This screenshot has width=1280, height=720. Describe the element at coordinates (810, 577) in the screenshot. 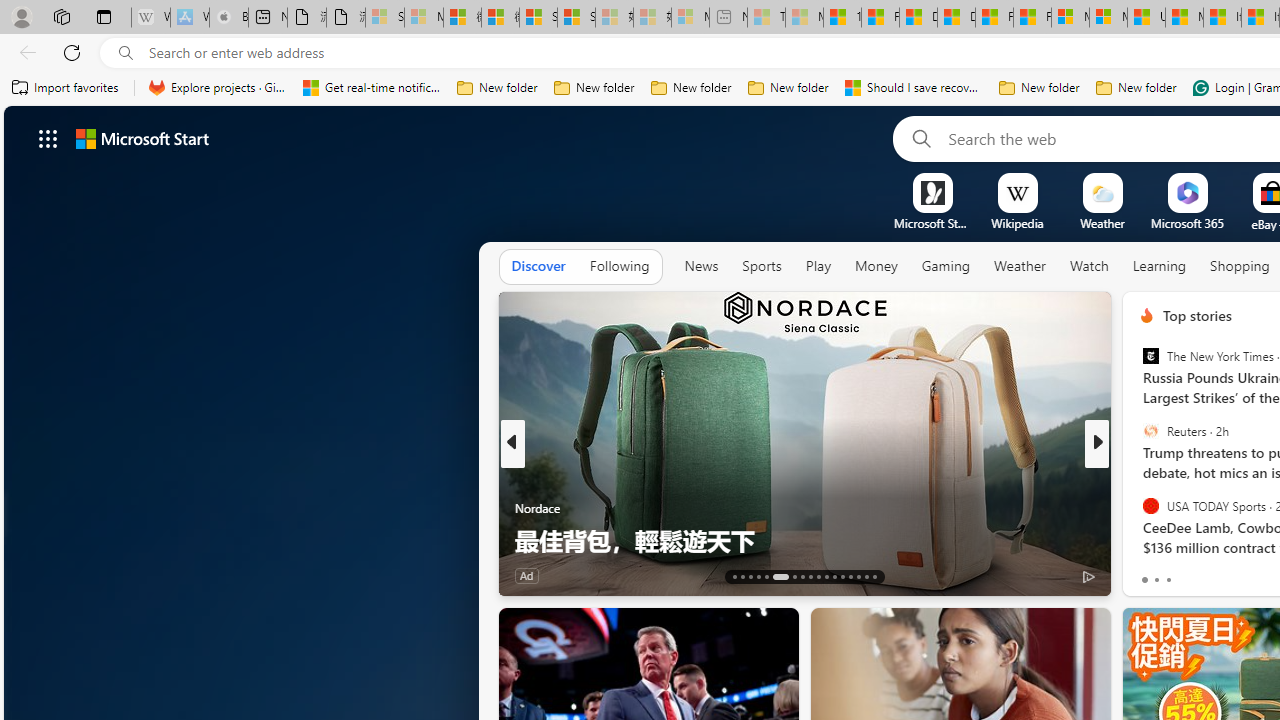

I see `'AutomationID: tab-21'` at that location.